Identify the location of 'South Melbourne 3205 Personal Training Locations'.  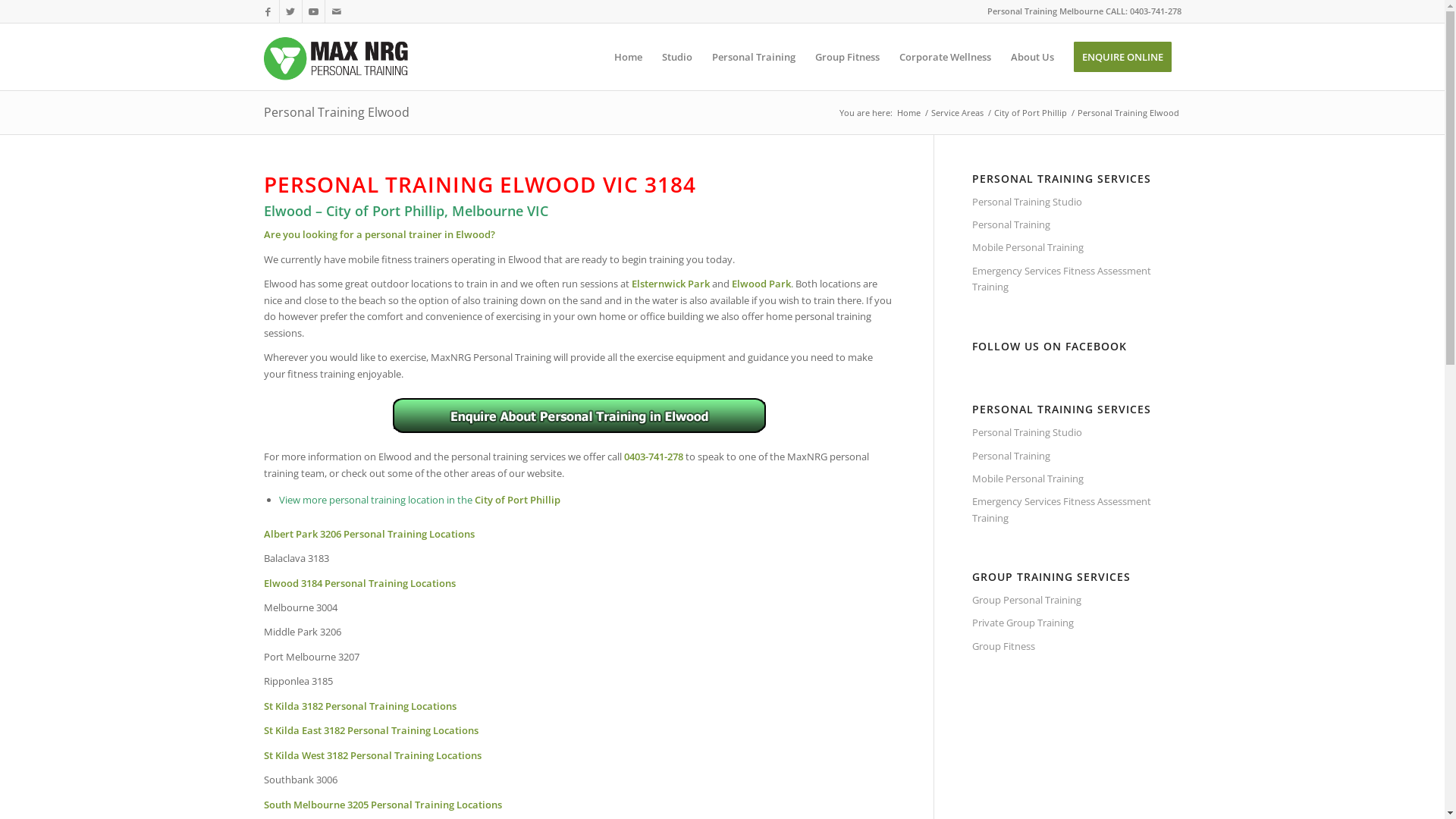
(382, 803).